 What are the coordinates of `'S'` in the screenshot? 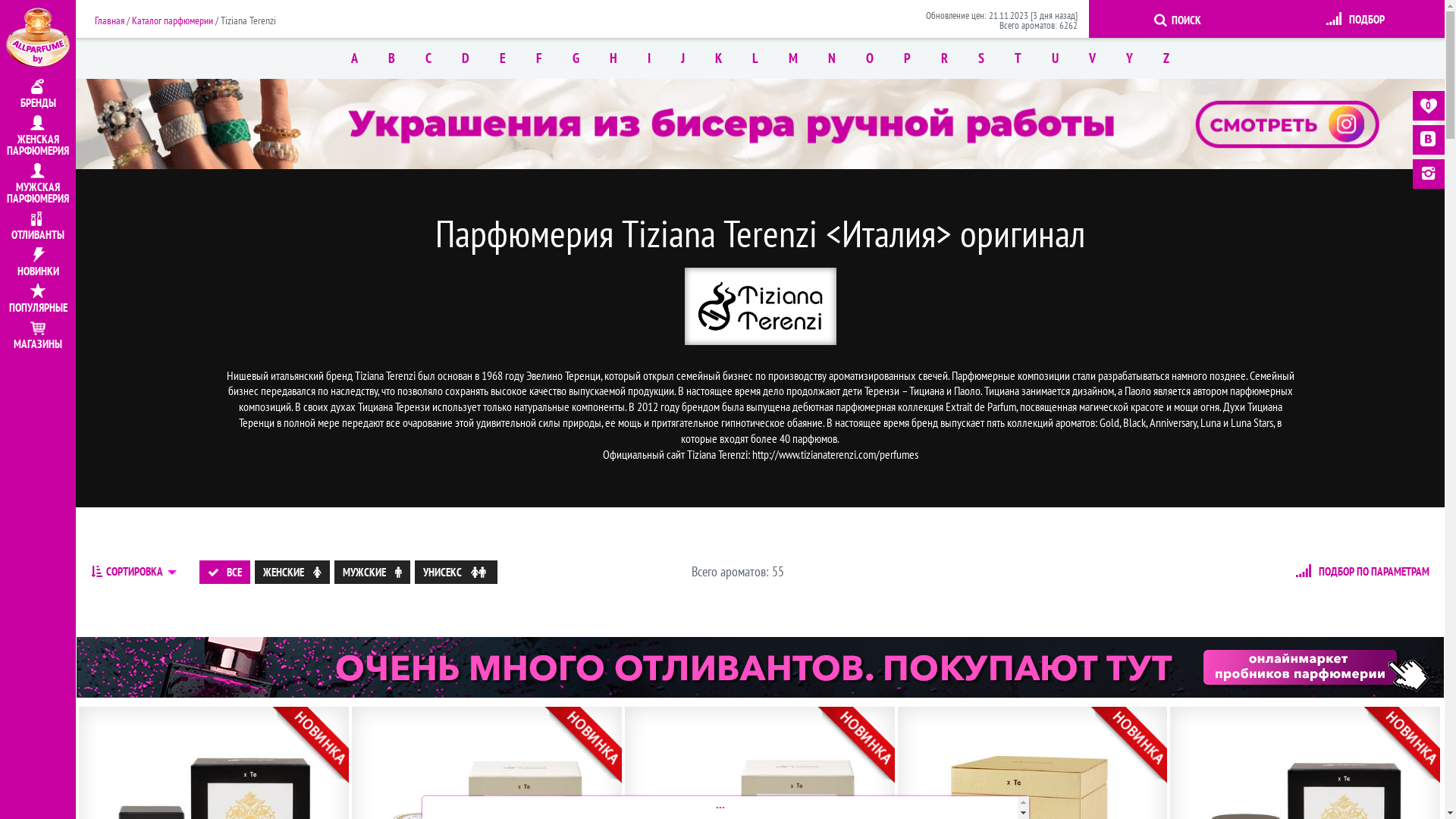 It's located at (962, 58).